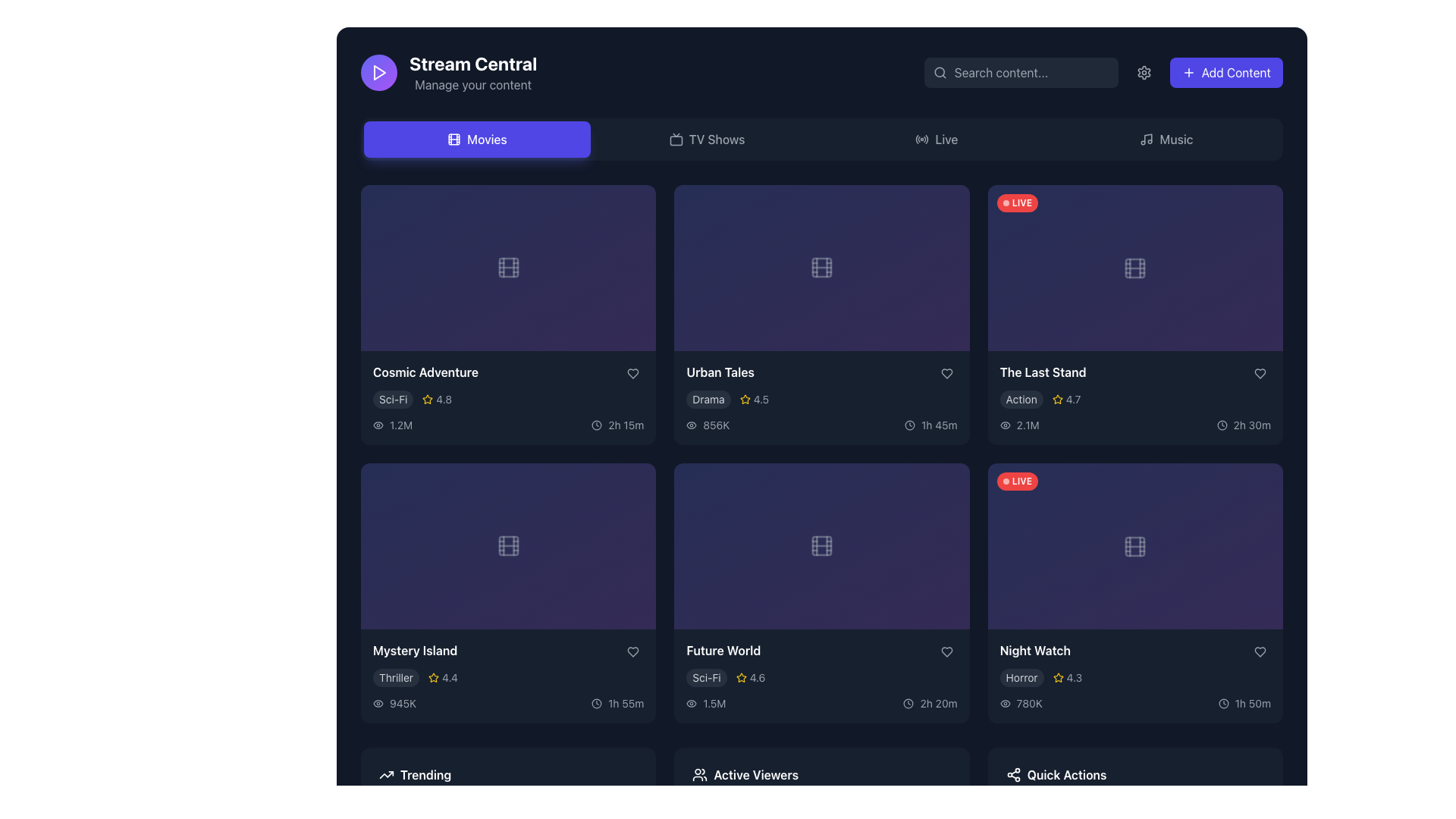 This screenshot has width=1456, height=819. What do you see at coordinates (1135, 546) in the screenshot?
I see `the media icon in the second row of the rightmost column of the grid in the 'Movies' section, centered within the card labeled 'Night Watch'` at bounding box center [1135, 546].